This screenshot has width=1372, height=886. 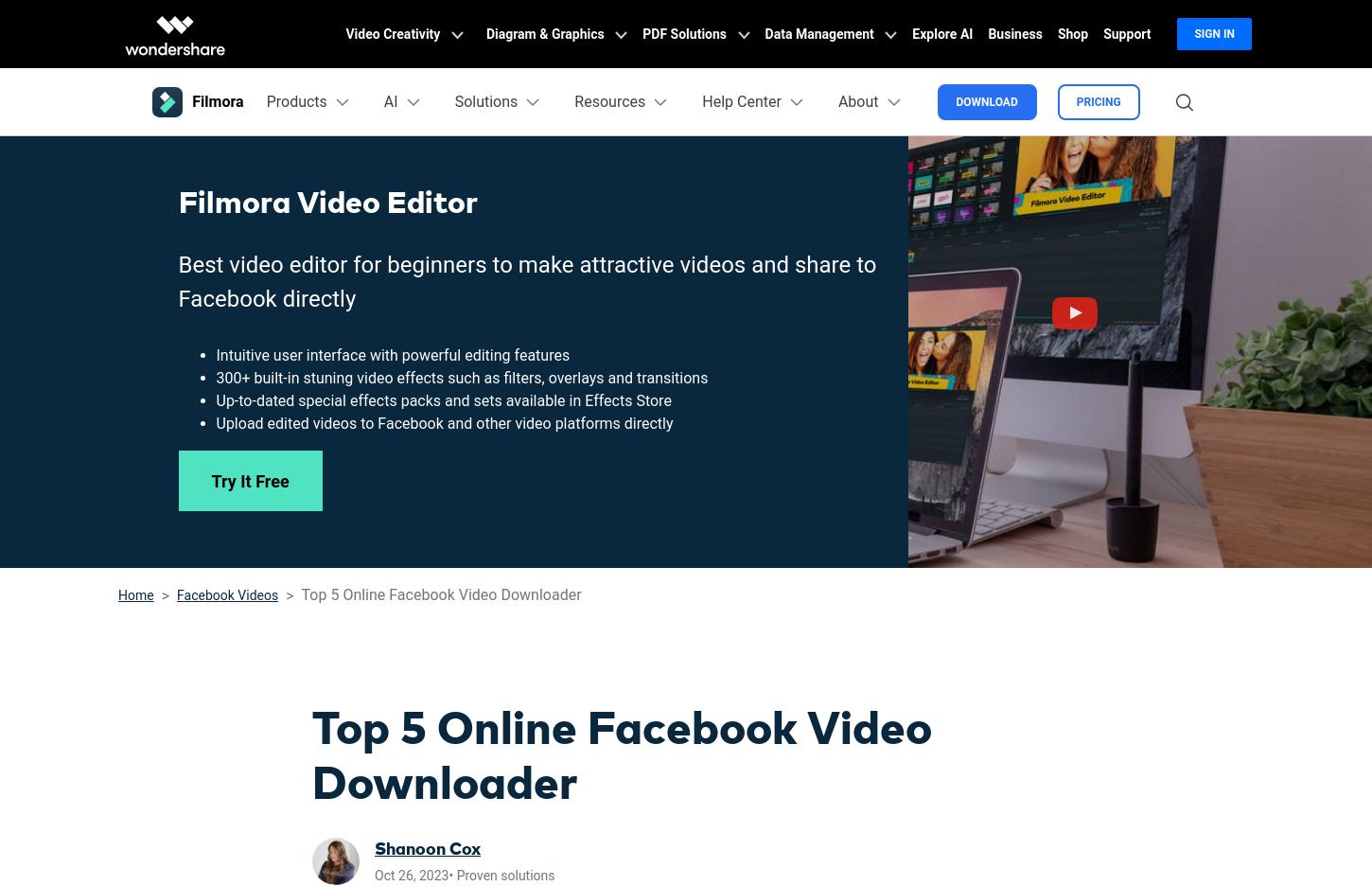 What do you see at coordinates (686, 33) in the screenshot?
I see `'PDF Solutions'` at bounding box center [686, 33].